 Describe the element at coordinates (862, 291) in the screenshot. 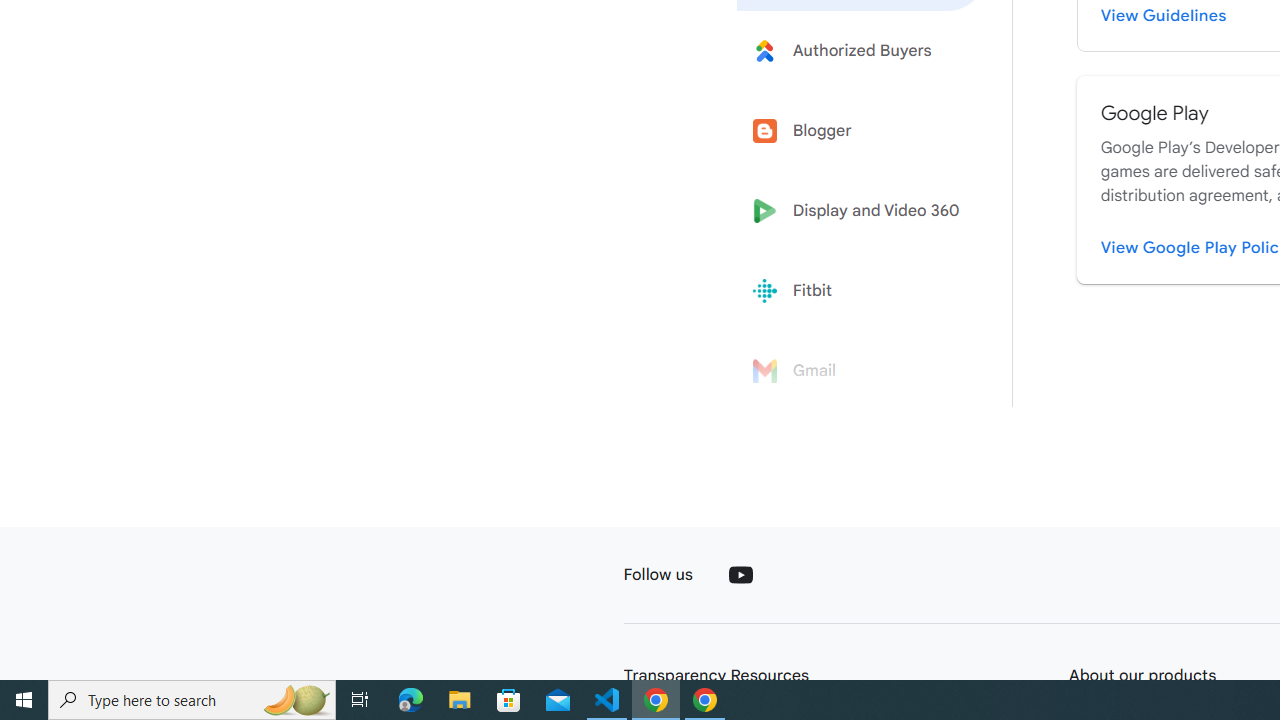

I see `'Fitbit'` at that location.